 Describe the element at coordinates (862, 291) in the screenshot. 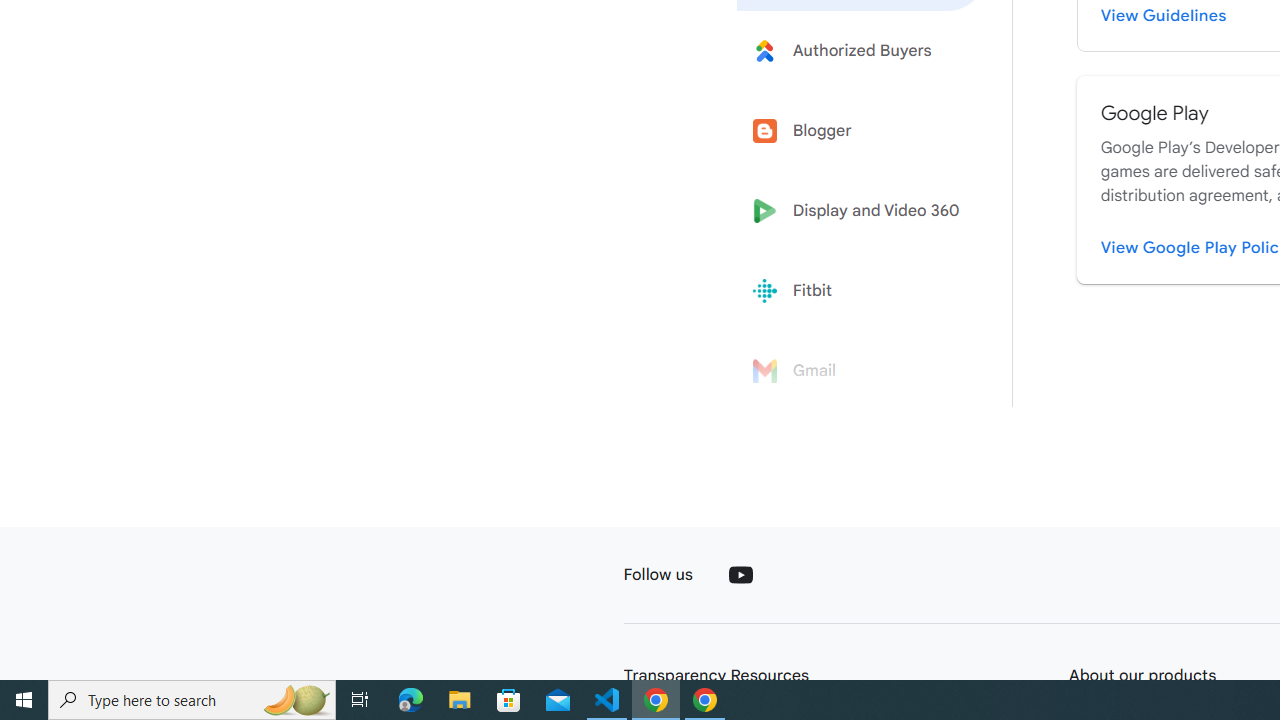

I see `'Fitbit'` at that location.